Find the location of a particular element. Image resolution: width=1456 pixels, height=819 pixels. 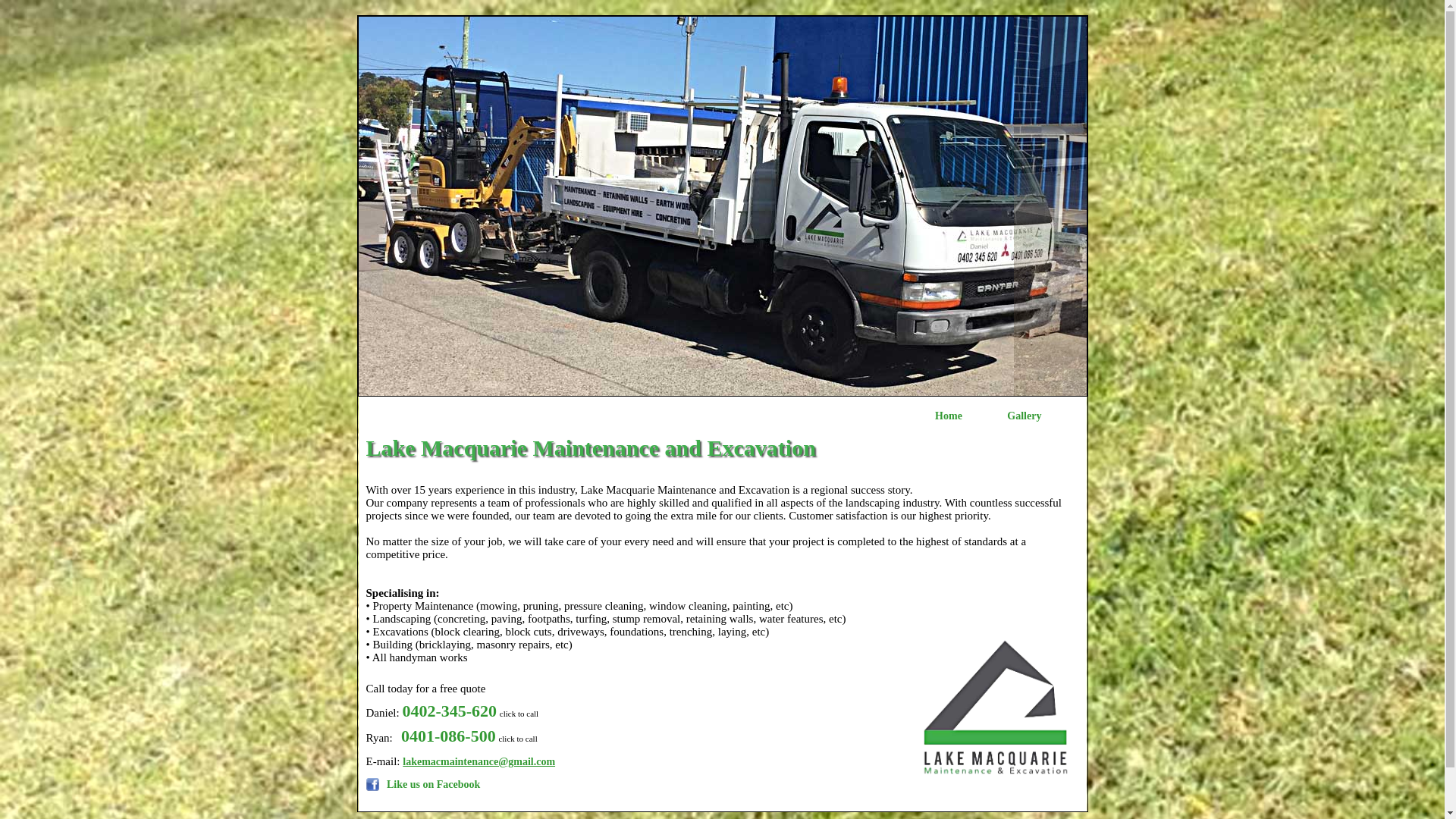

'0401-086-500' is located at coordinates (447, 735).